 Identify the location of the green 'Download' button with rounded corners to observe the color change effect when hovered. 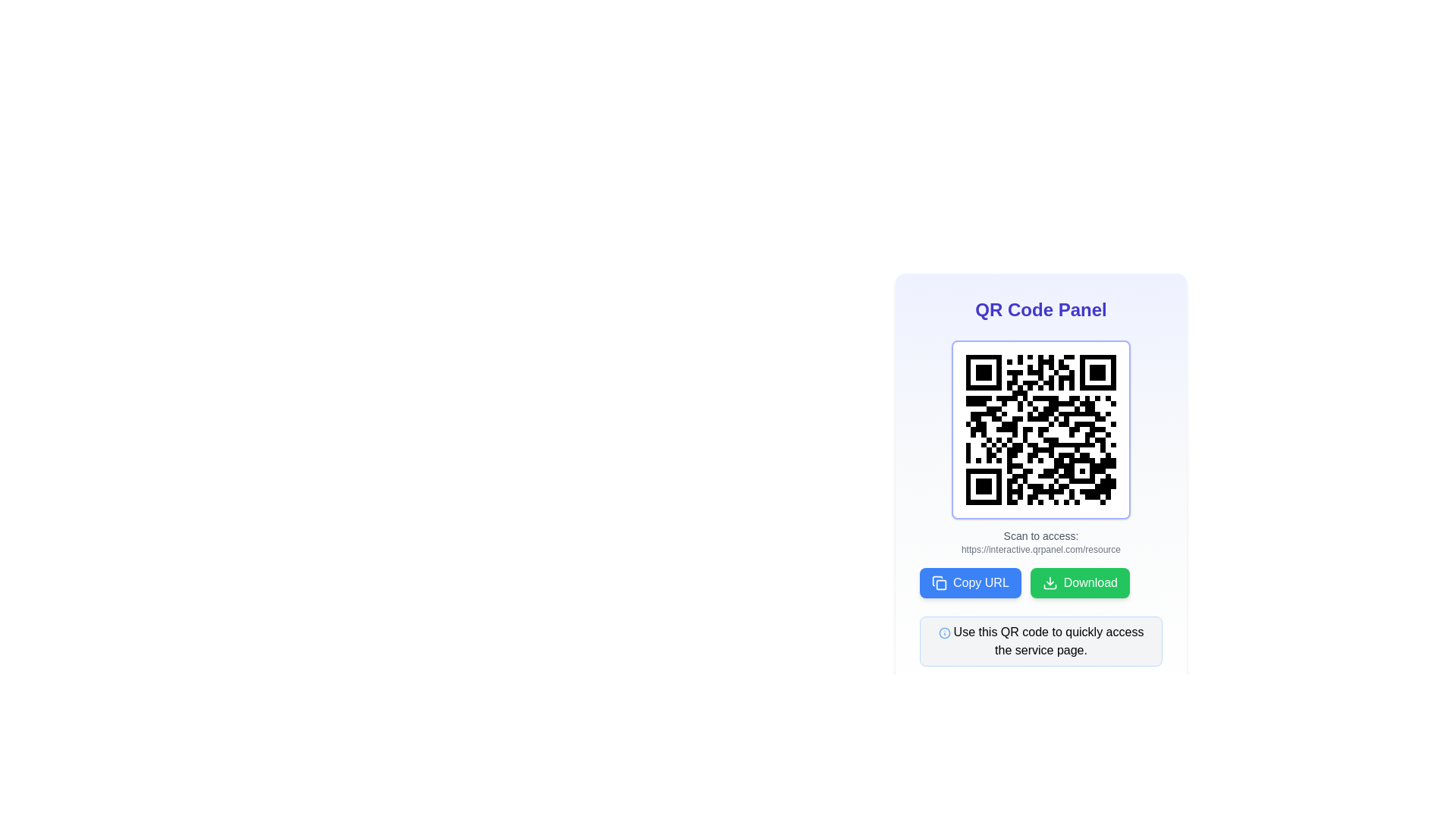
(1040, 582).